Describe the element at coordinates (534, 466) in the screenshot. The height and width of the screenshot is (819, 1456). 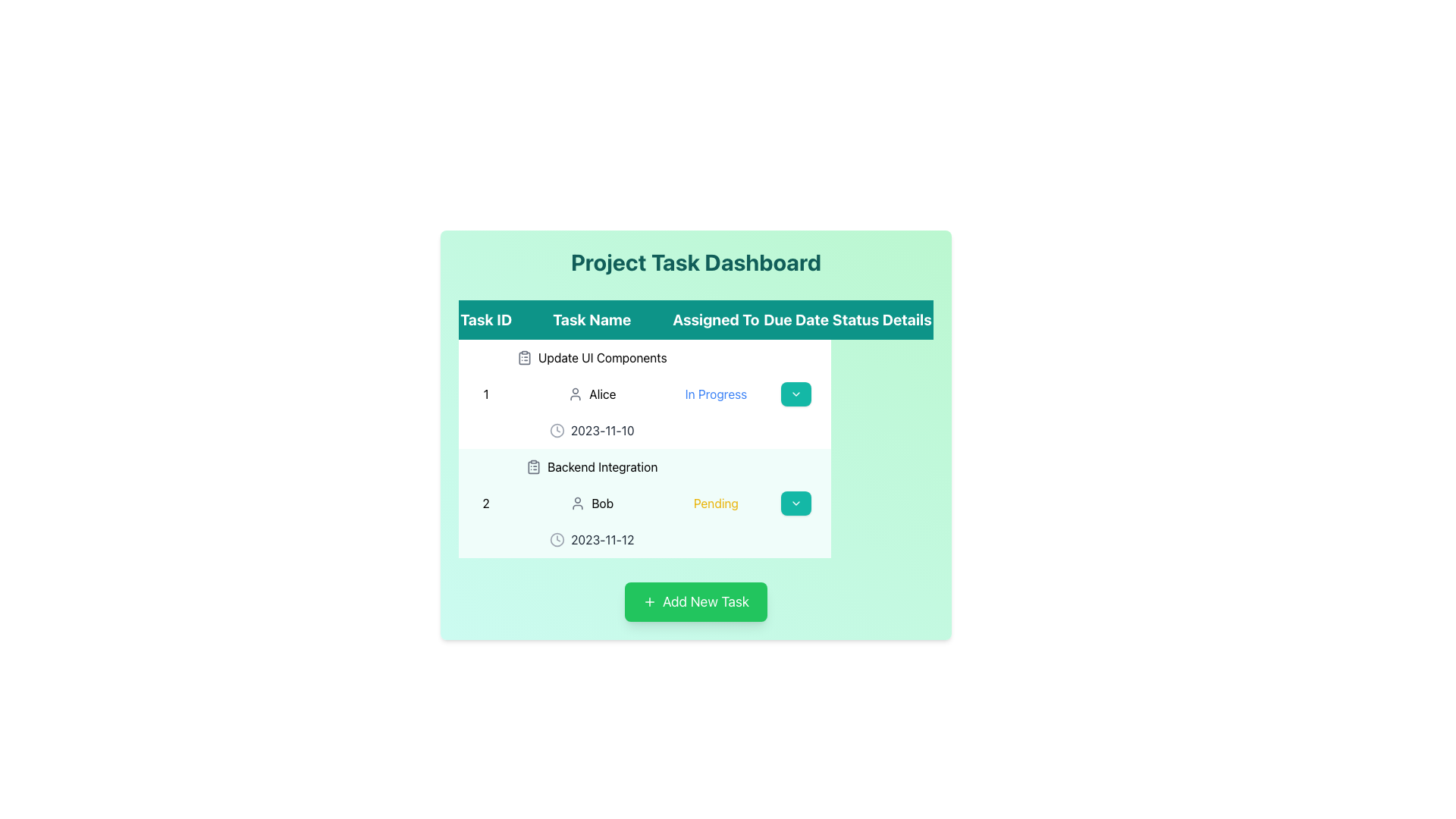
I see `the clipboard icon with a gray outline that represents a list, located in the 'Task Name' column under 'Backend Integration' in the second row of the task table on the 'Project Task Dashboard'` at that location.